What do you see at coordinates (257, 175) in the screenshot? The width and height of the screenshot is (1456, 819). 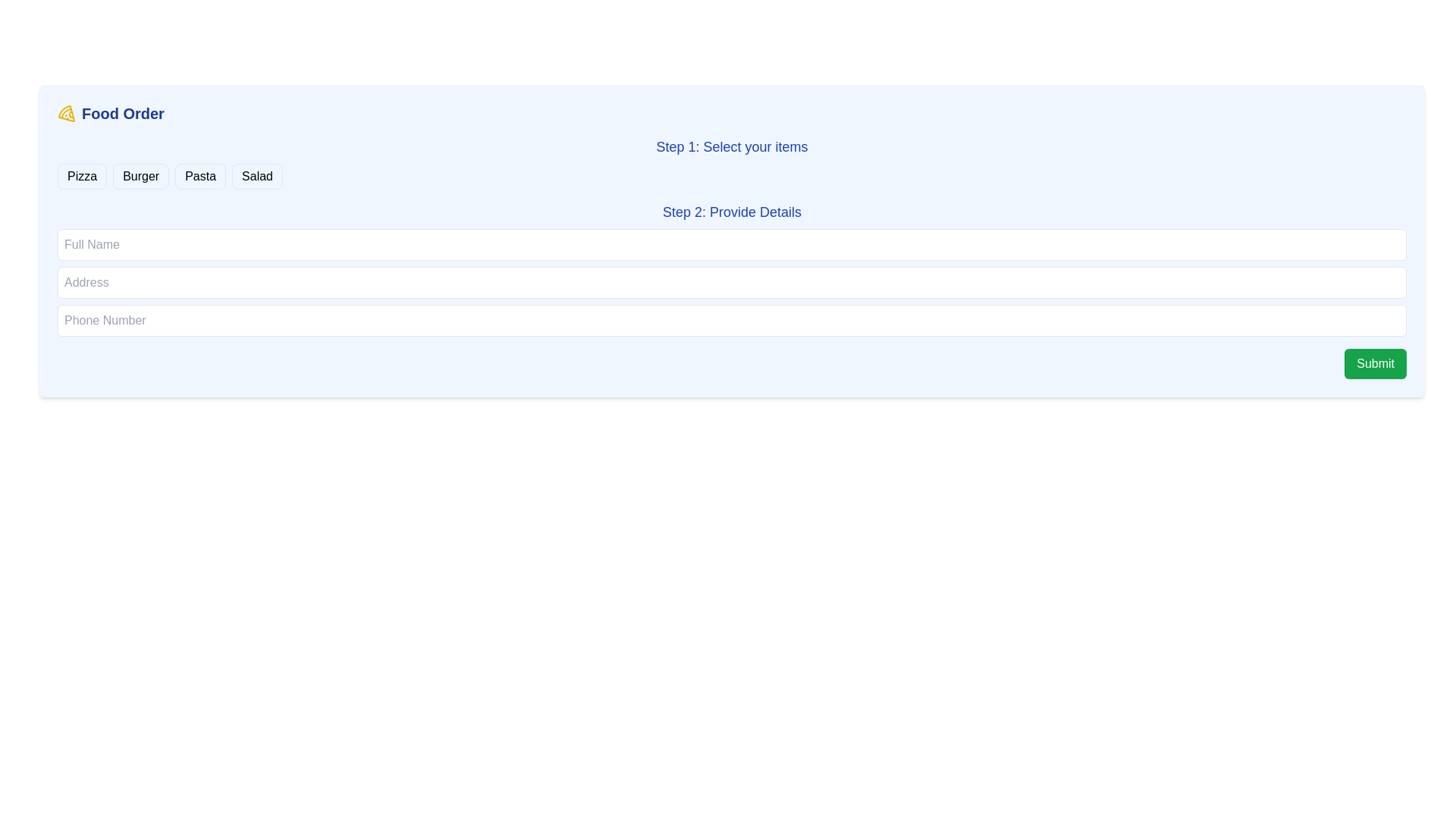 I see `the fourth button in the horizontal row that selects the 'Salad' category, located below the 'Food Order' title` at bounding box center [257, 175].